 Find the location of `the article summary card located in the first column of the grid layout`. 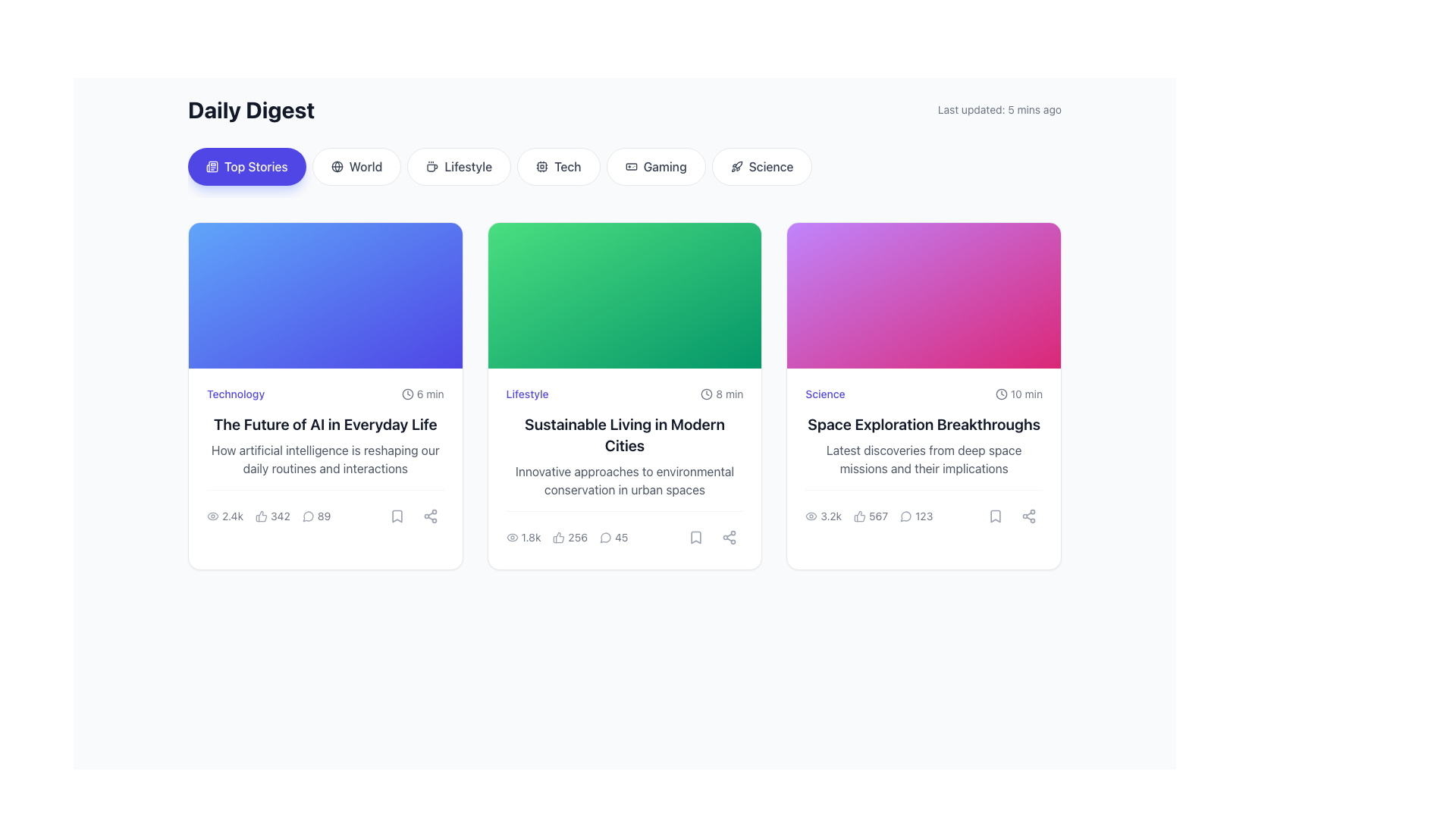

the article summary card located in the first column of the grid layout is located at coordinates (325, 395).